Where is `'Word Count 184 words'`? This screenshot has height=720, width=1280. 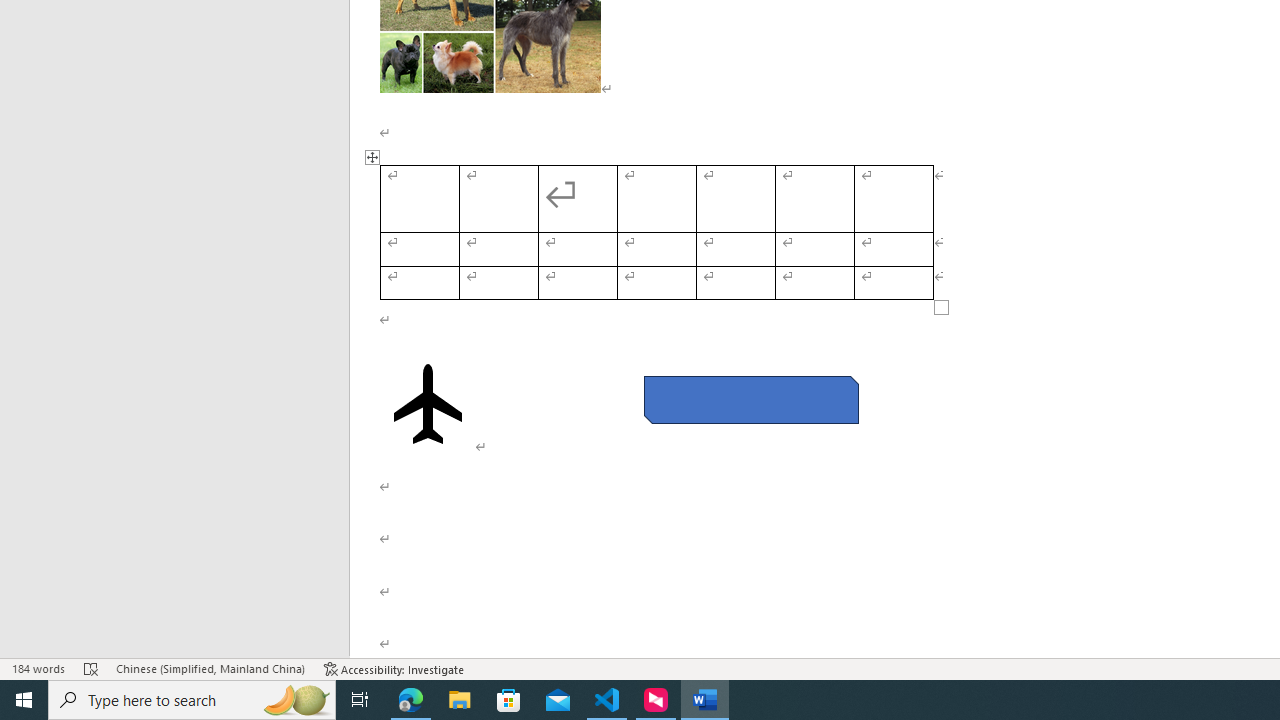
'Word Count 184 words' is located at coordinates (38, 669).